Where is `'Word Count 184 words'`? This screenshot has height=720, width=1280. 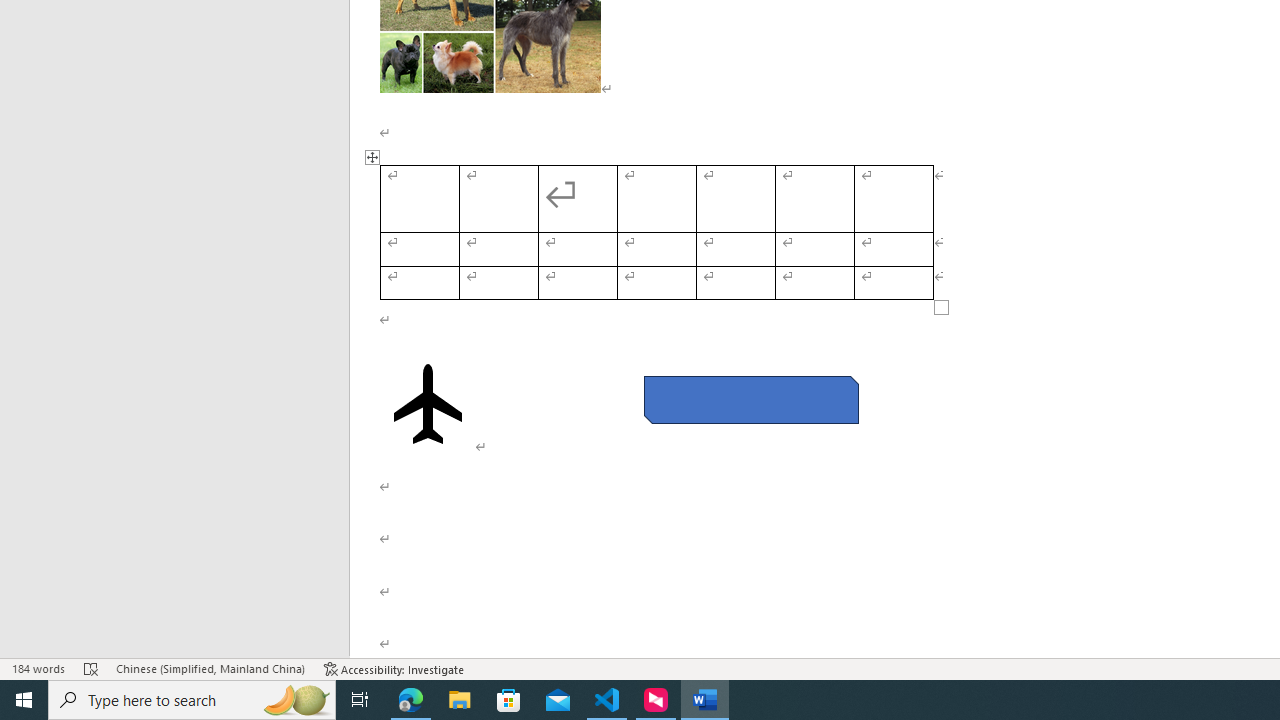
'Word Count 184 words' is located at coordinates (38, 669).